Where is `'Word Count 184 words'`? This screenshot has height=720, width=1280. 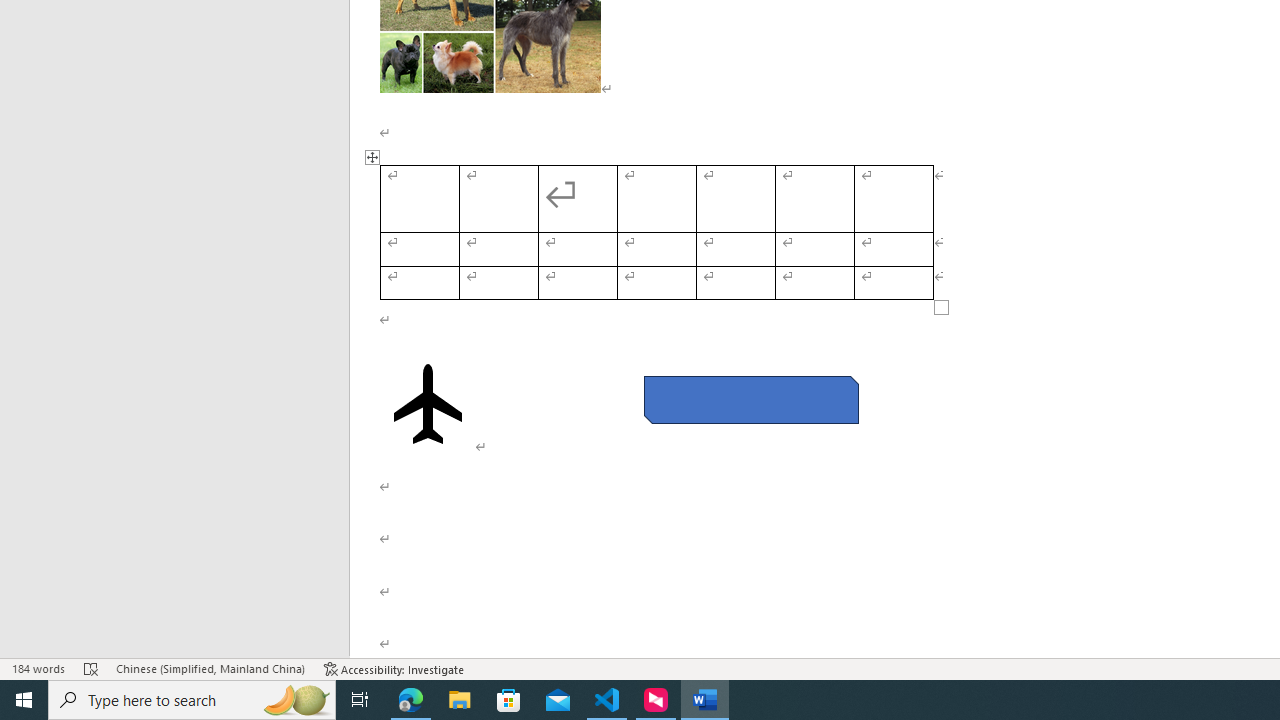
'Word Count 184 words' is located at coordinates (38, 669).